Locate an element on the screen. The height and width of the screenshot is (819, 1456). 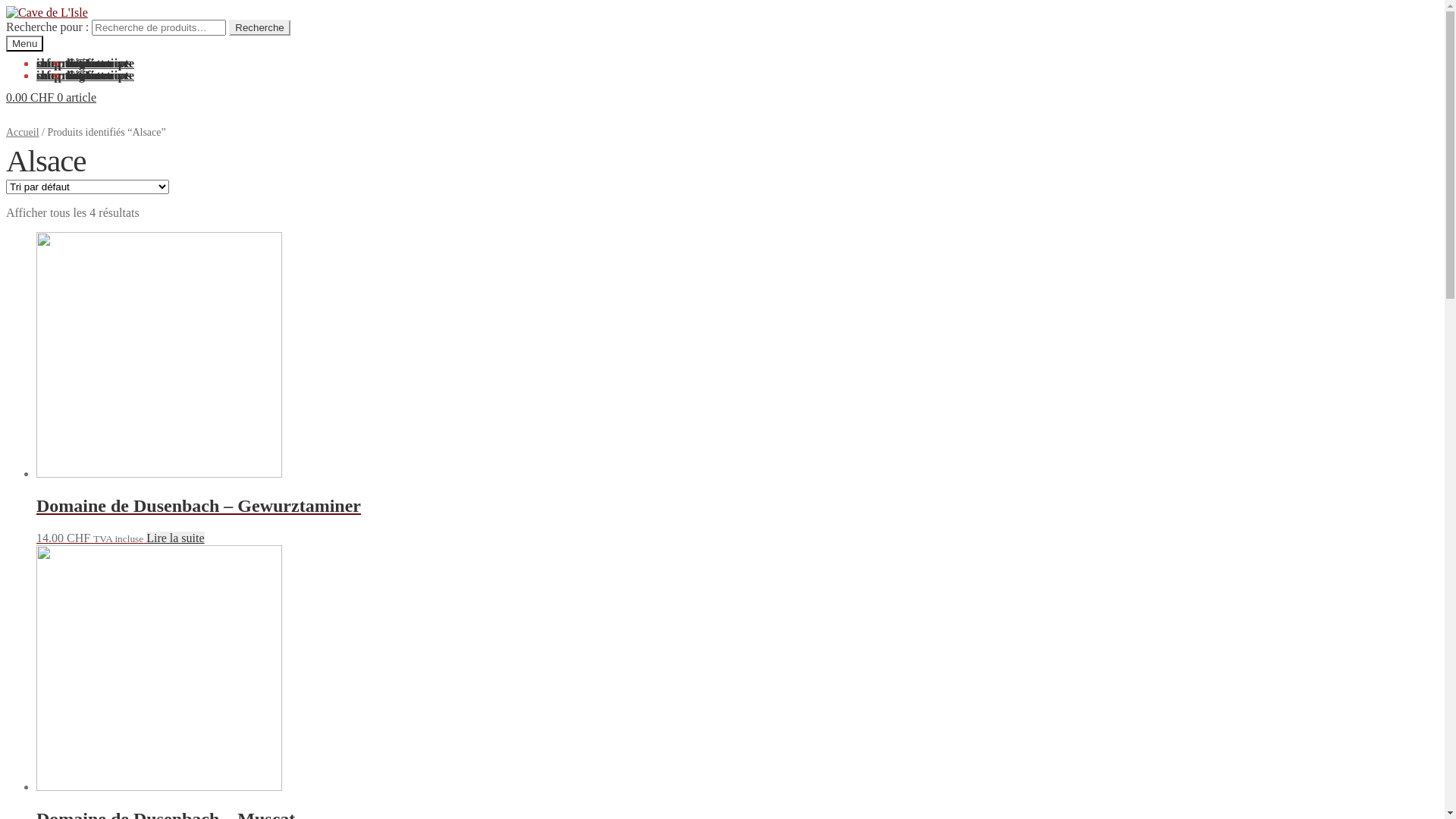
'compte' is located at coordinates (55, 75).